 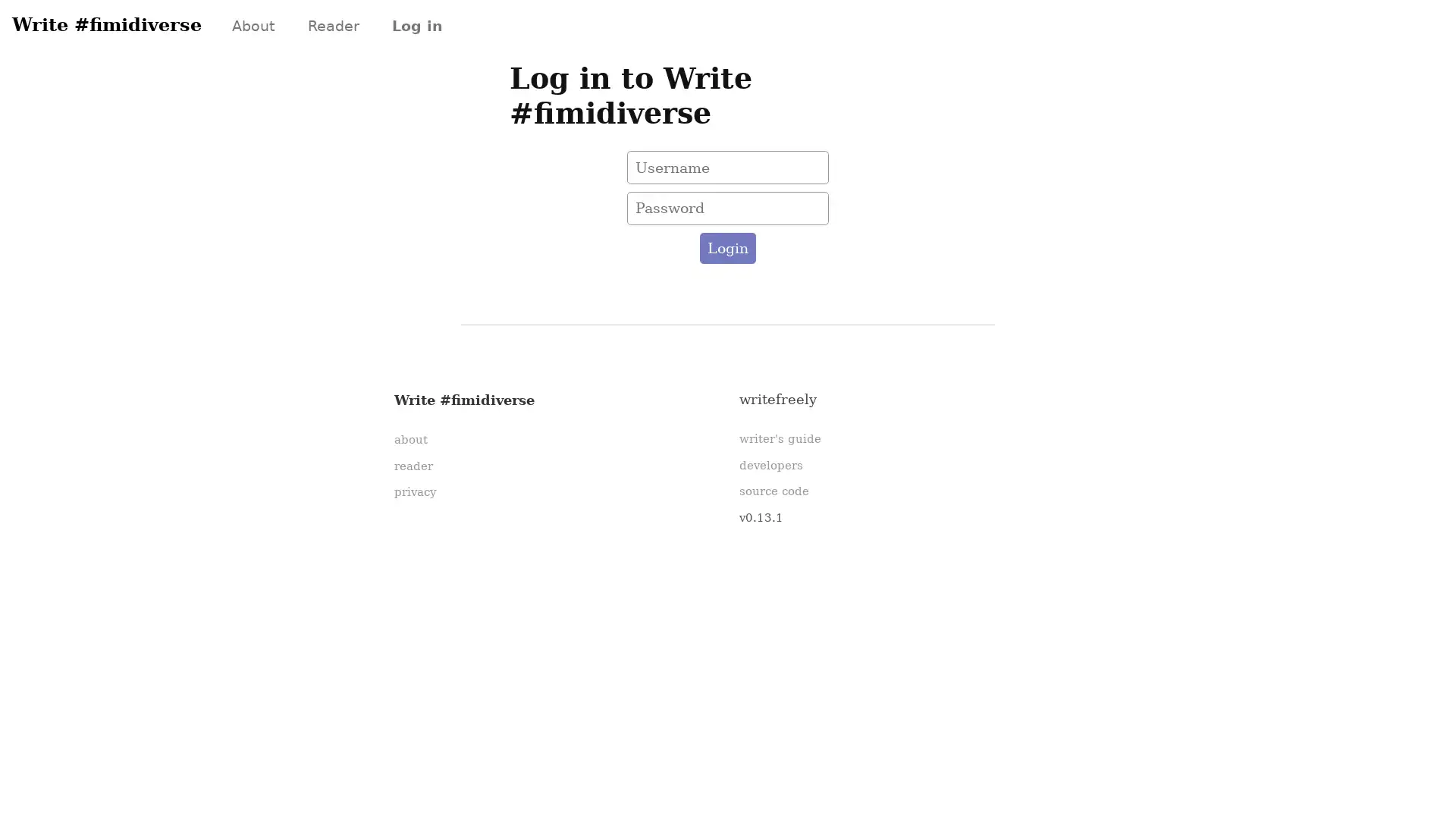 I want to click on Login, so click(x=726, y=247).